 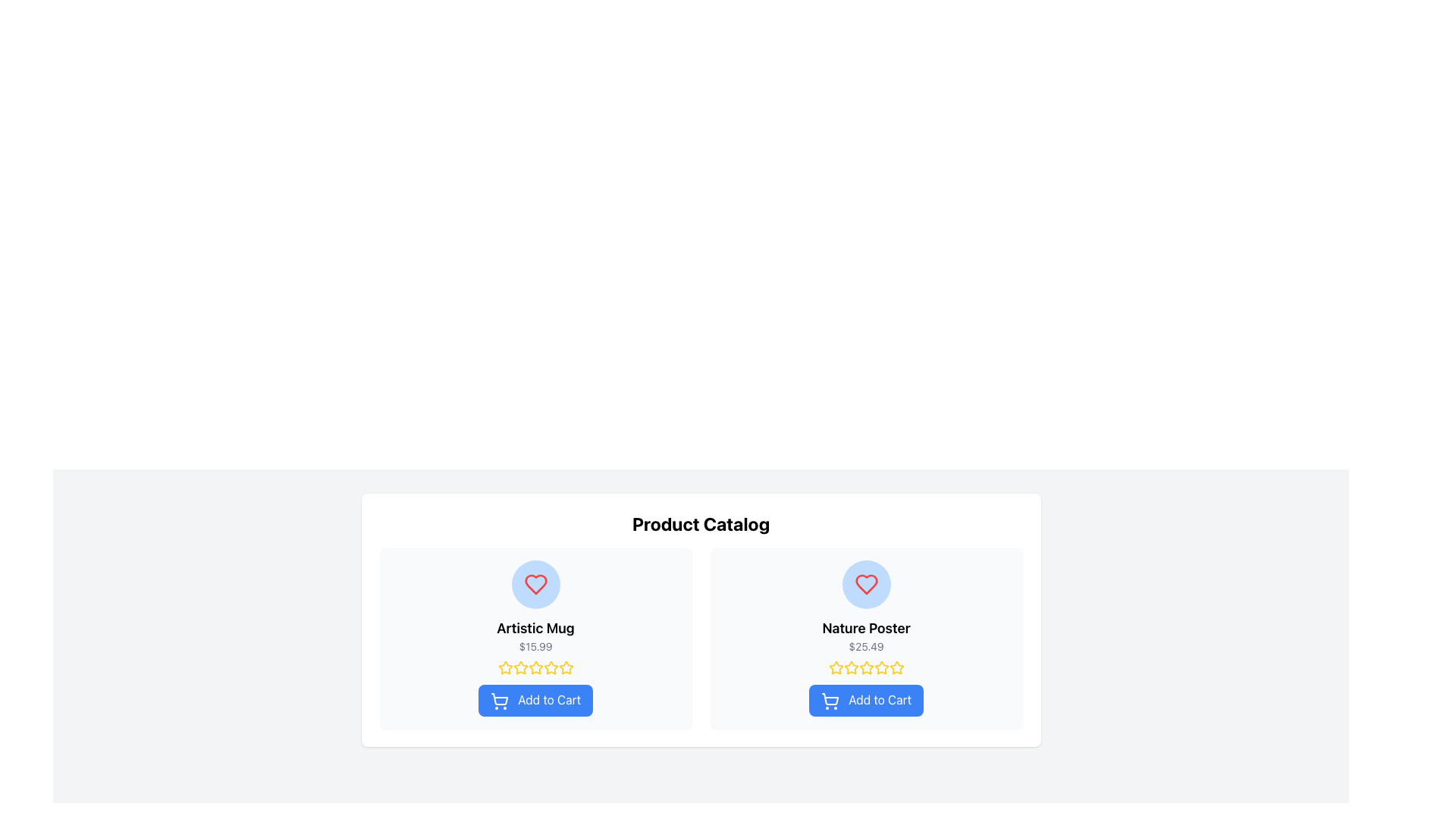 I want to click on the third star in the rating component below the price of the 'Artistic Mug' to set a rating, so click(x=520, y=667).